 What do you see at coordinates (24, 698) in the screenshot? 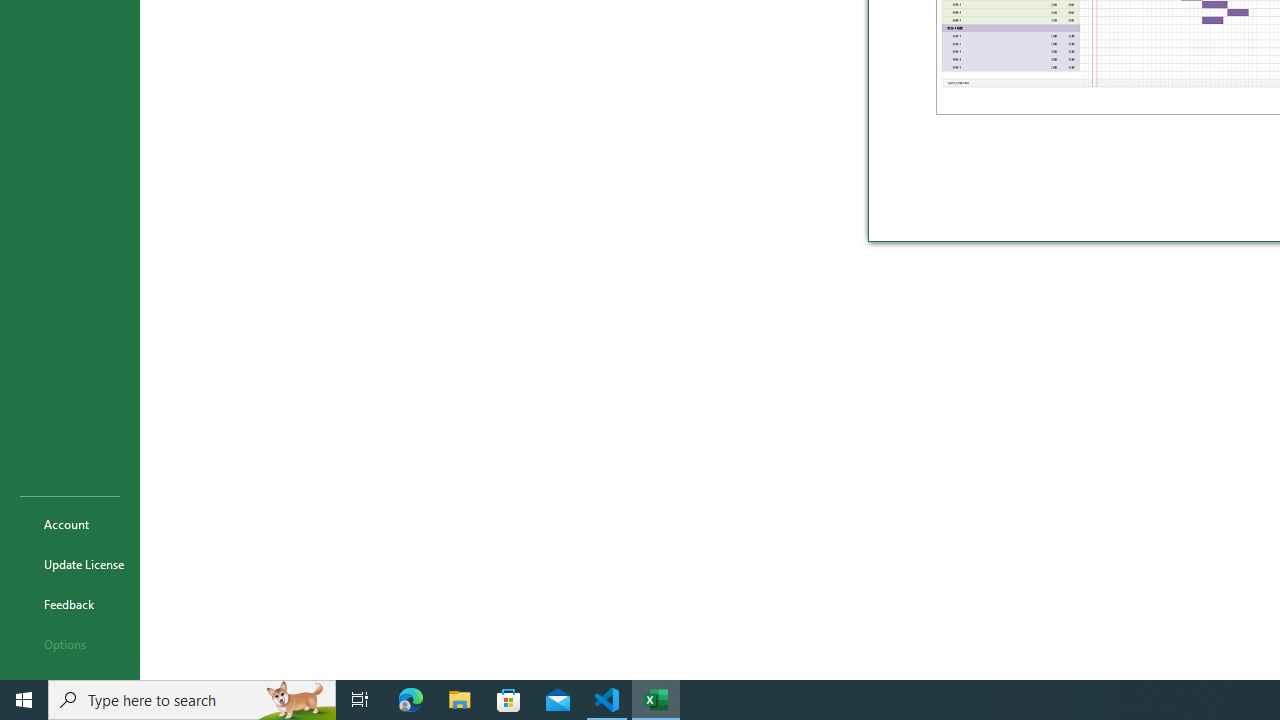
I see `'Start'` at bounding box center [24, 698].